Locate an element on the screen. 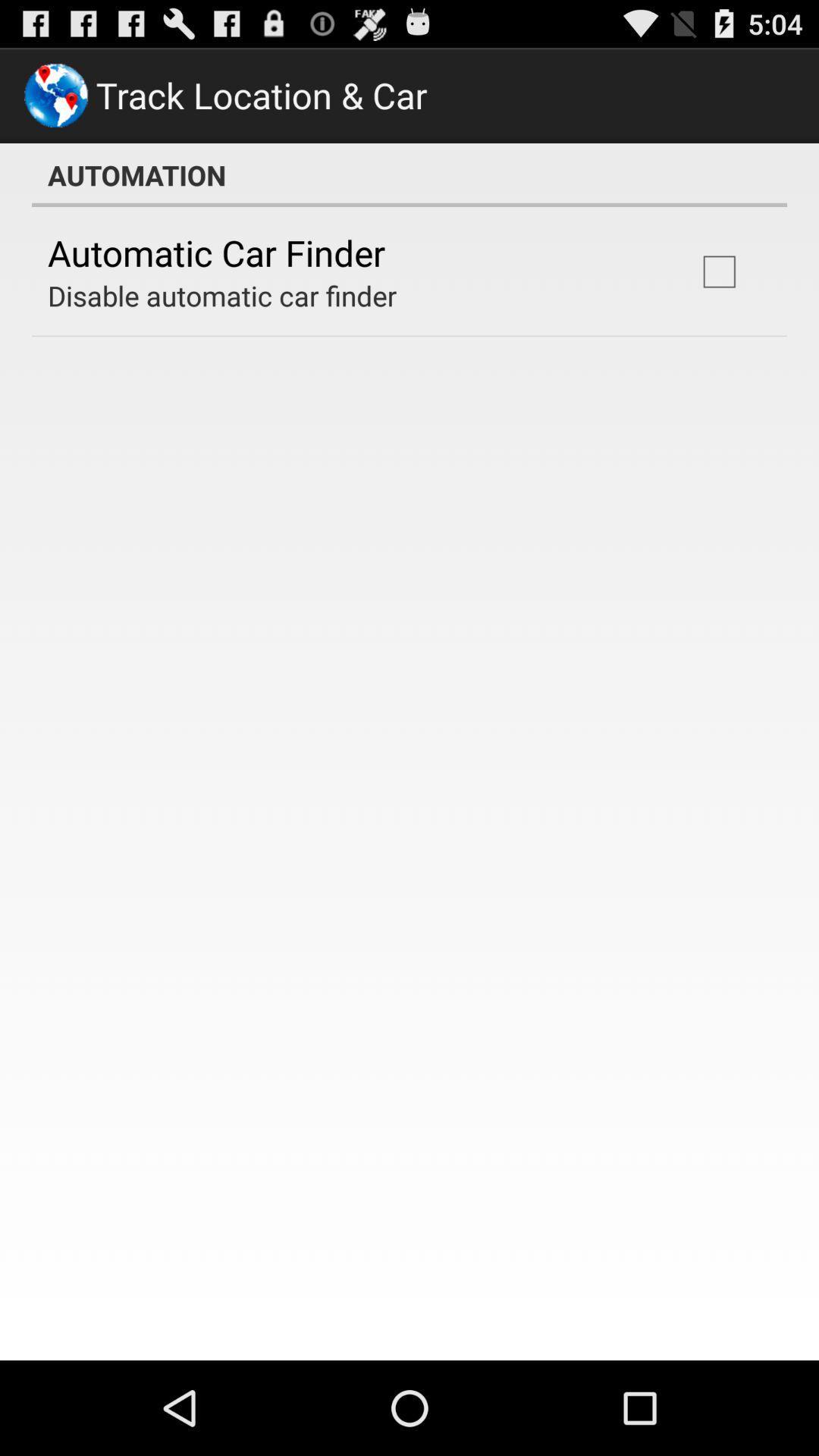  app below automation is located at coordinates (718, 271).